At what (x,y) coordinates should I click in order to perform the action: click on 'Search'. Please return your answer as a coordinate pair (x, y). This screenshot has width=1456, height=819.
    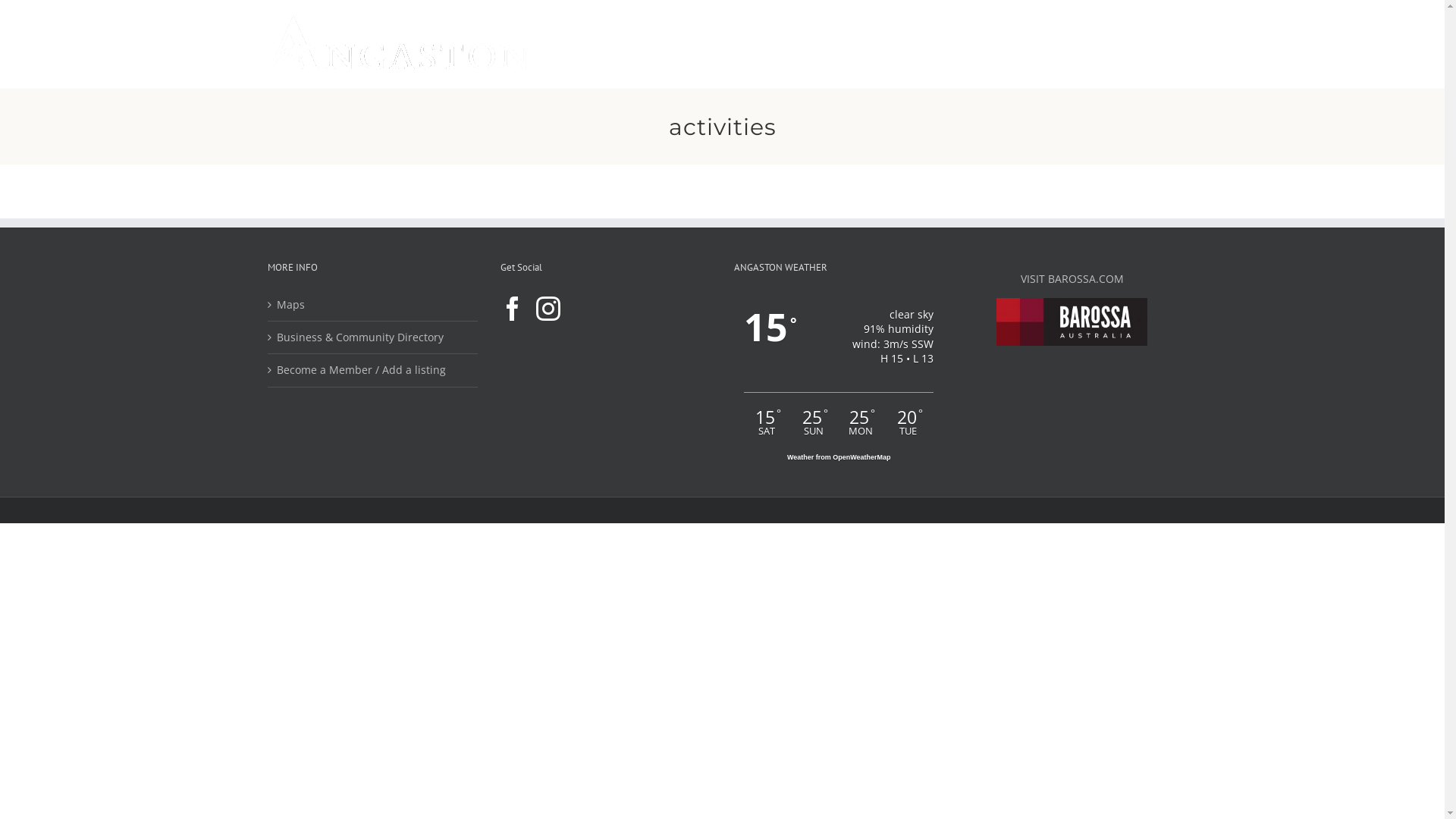
    Looking at the image, I should click on (1151, 43).